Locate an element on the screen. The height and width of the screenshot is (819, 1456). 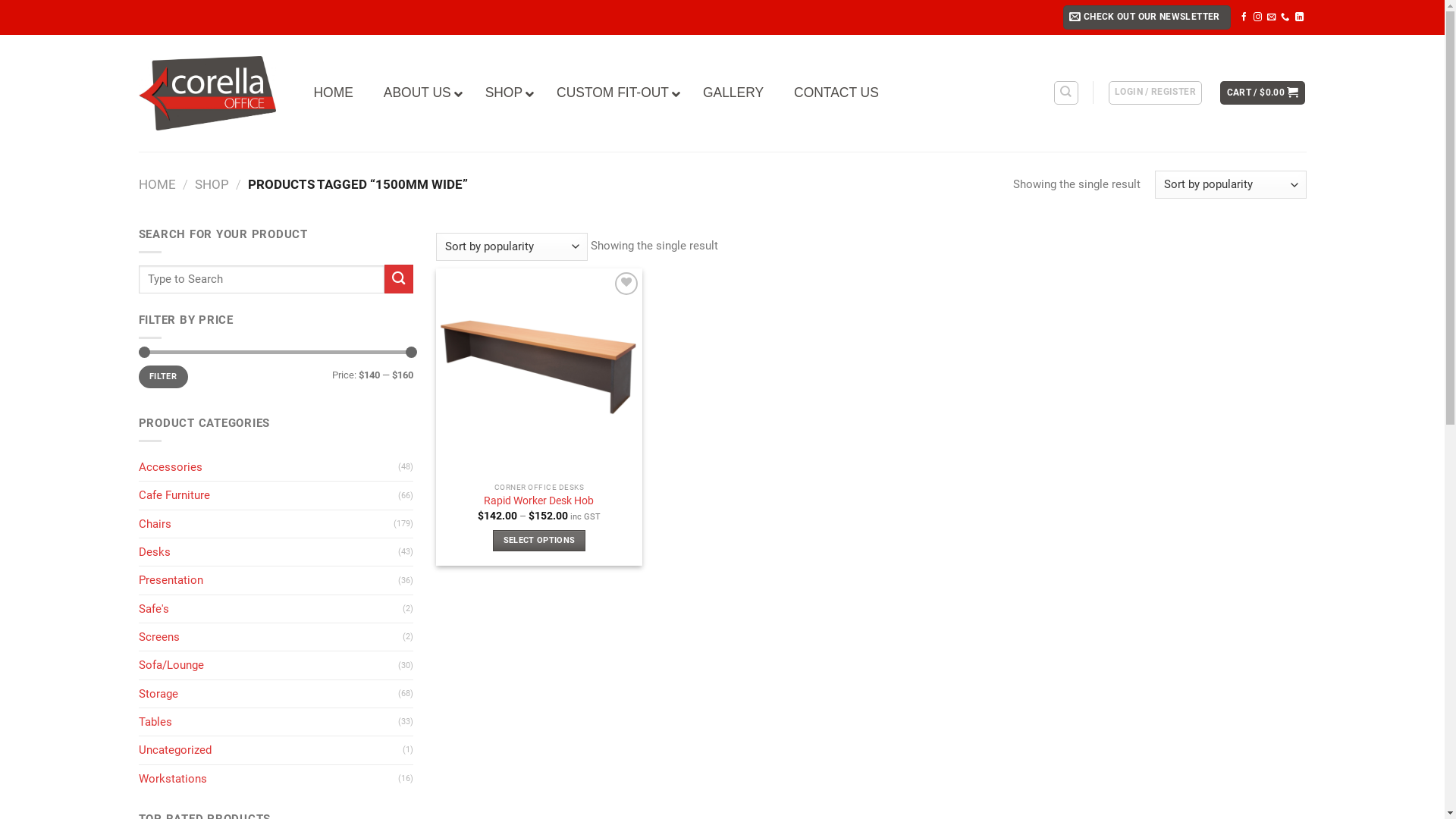
'Uncategorized' is located at coordinates (138, 748).